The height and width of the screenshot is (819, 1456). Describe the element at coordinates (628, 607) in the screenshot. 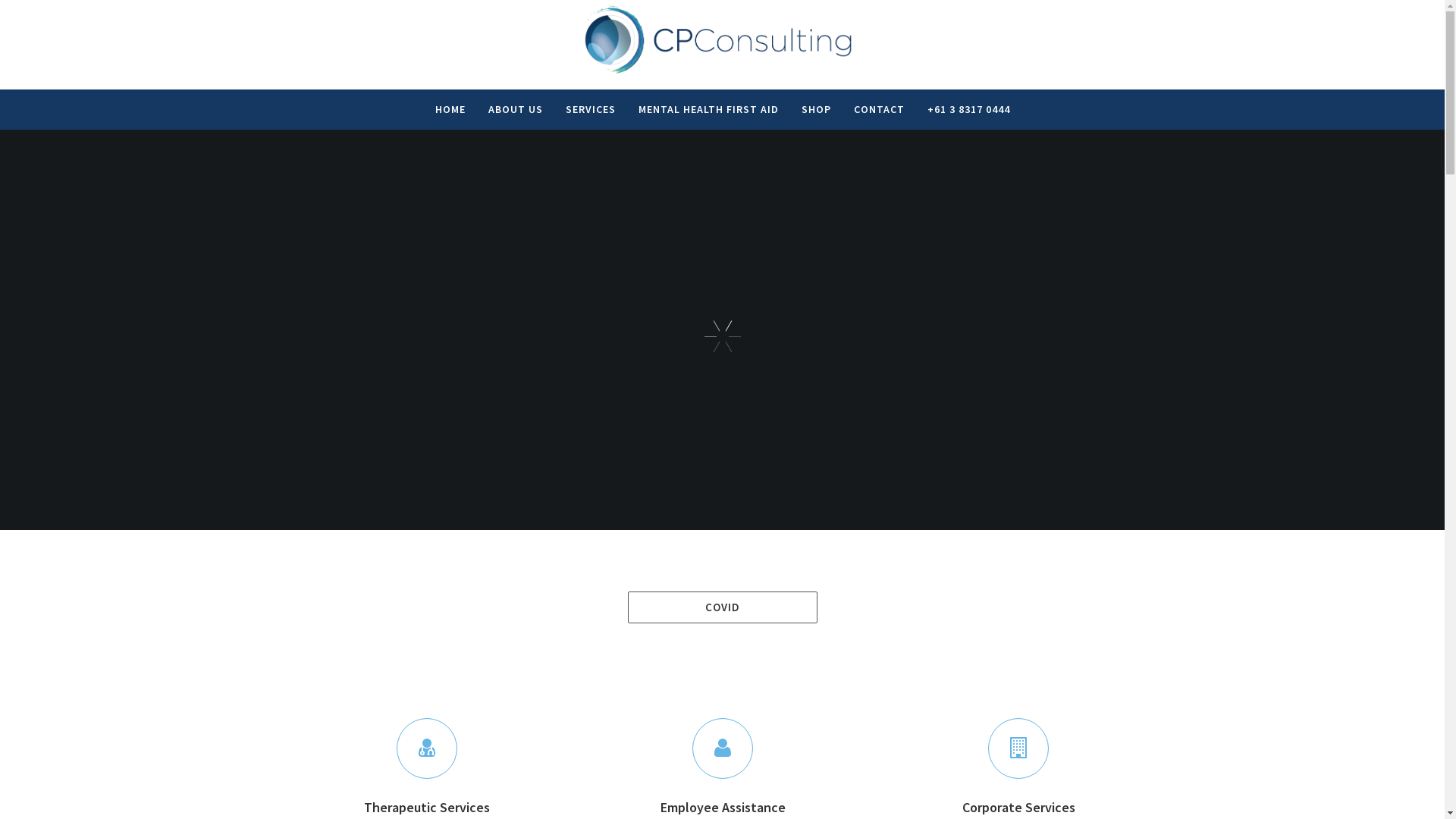

I see `'COVID'` at that location.